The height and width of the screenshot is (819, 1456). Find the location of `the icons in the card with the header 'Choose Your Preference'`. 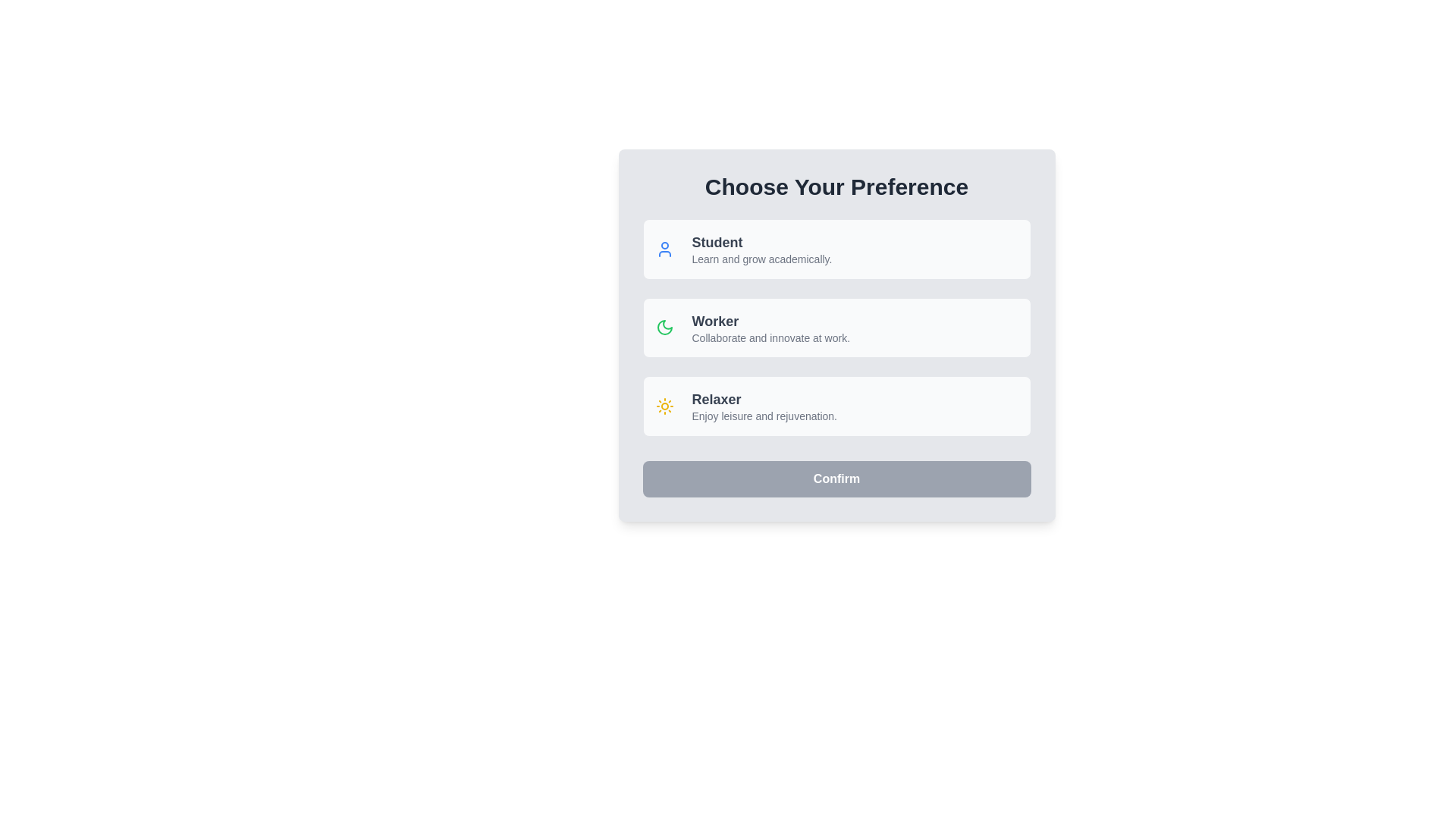

the icons in the card with the header 'Choose Your Preference' is located at coordinates (836, 334).